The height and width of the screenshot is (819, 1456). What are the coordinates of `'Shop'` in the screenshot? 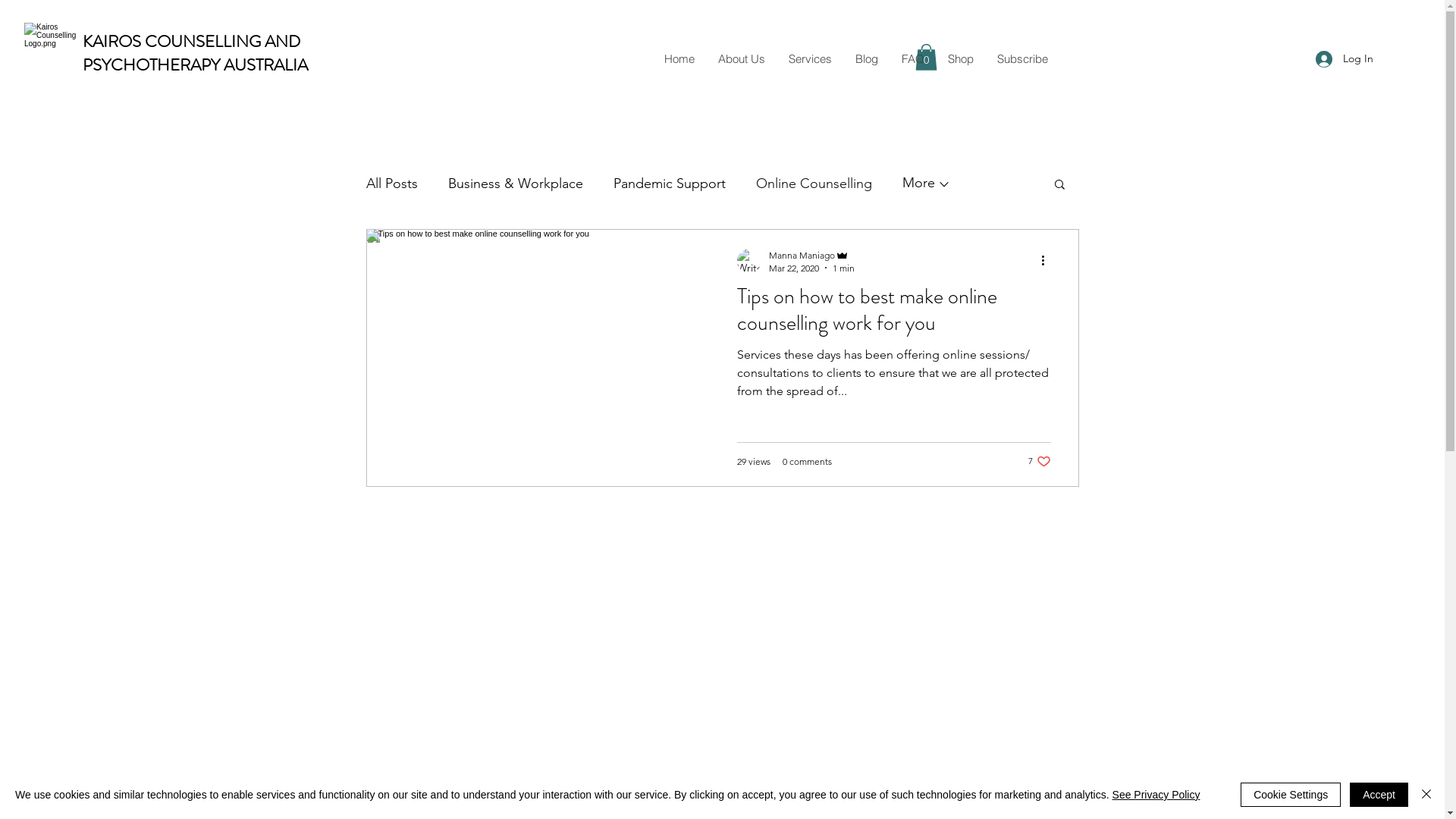 It's located at (959, 58).